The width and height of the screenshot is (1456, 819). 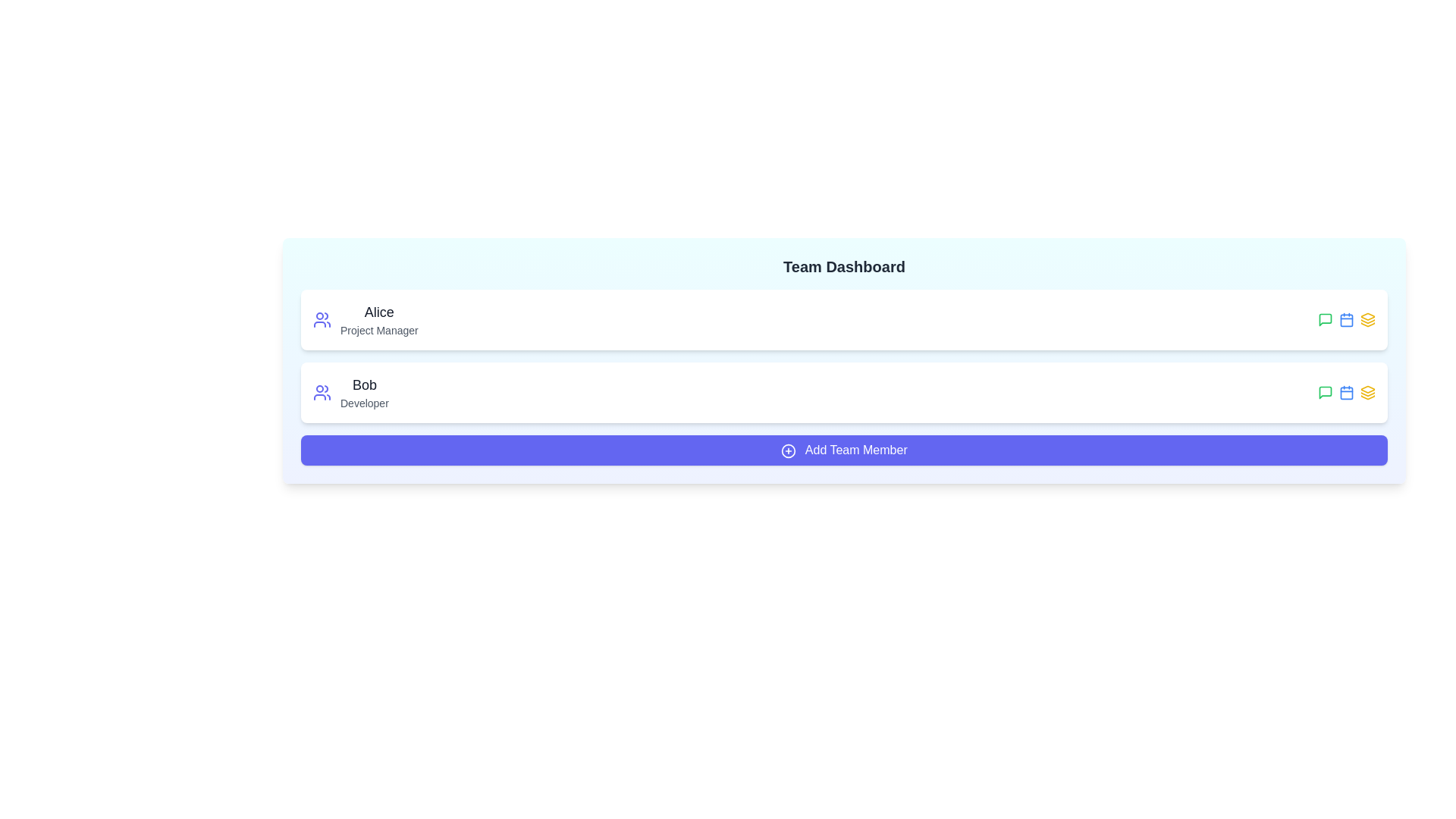 What do you see at coordinates (1347, 391) in the screenshot?
I see `the calendar icon representing the scheduling tool for accessibility purposes, positioned as the second icon in a row of three icons next to the 'Bob - Developer' entry` at bounding box center [1347, 391].